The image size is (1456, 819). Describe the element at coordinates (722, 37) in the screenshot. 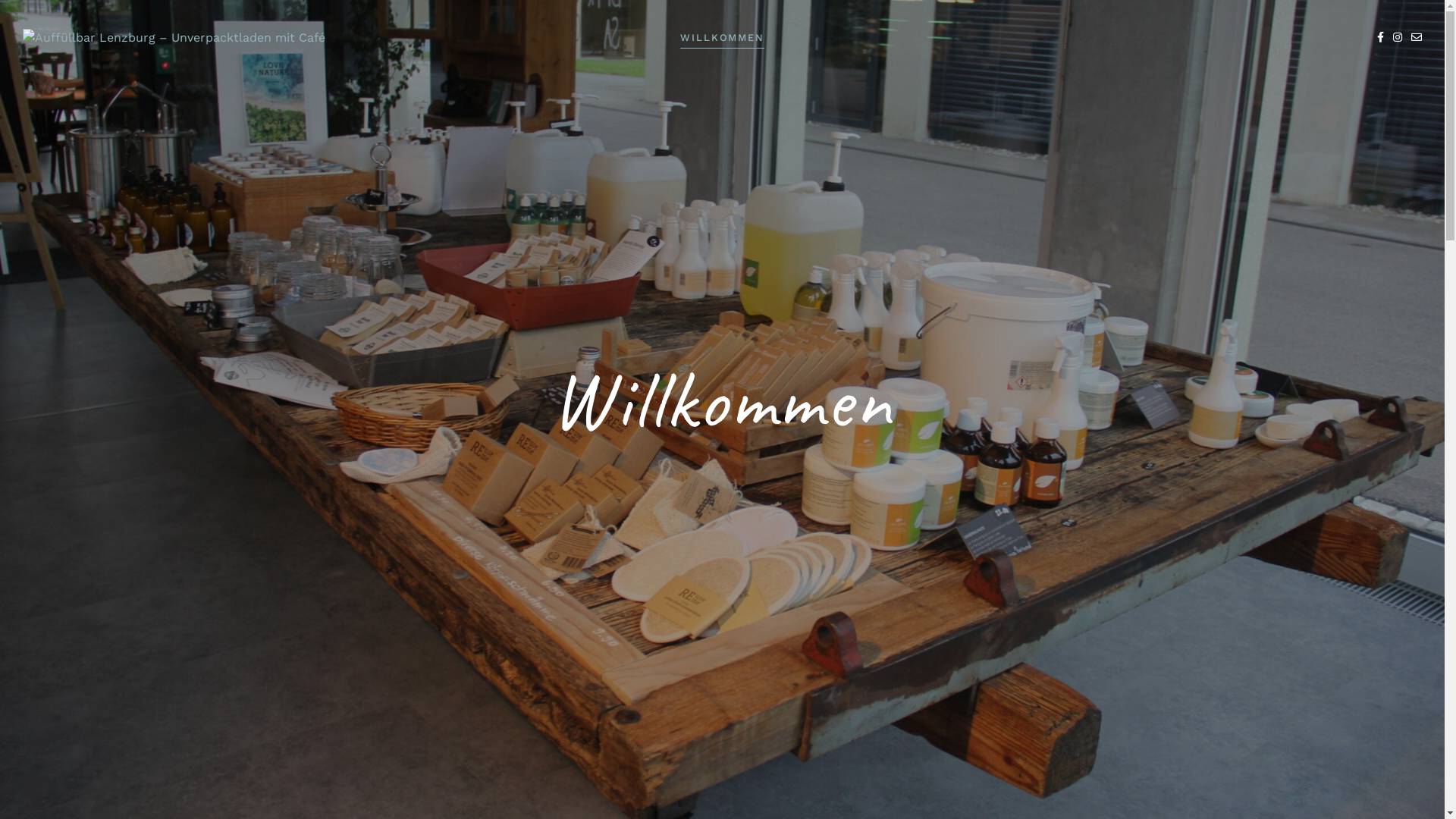

I see `'WILLKOMMEN'` at that location.